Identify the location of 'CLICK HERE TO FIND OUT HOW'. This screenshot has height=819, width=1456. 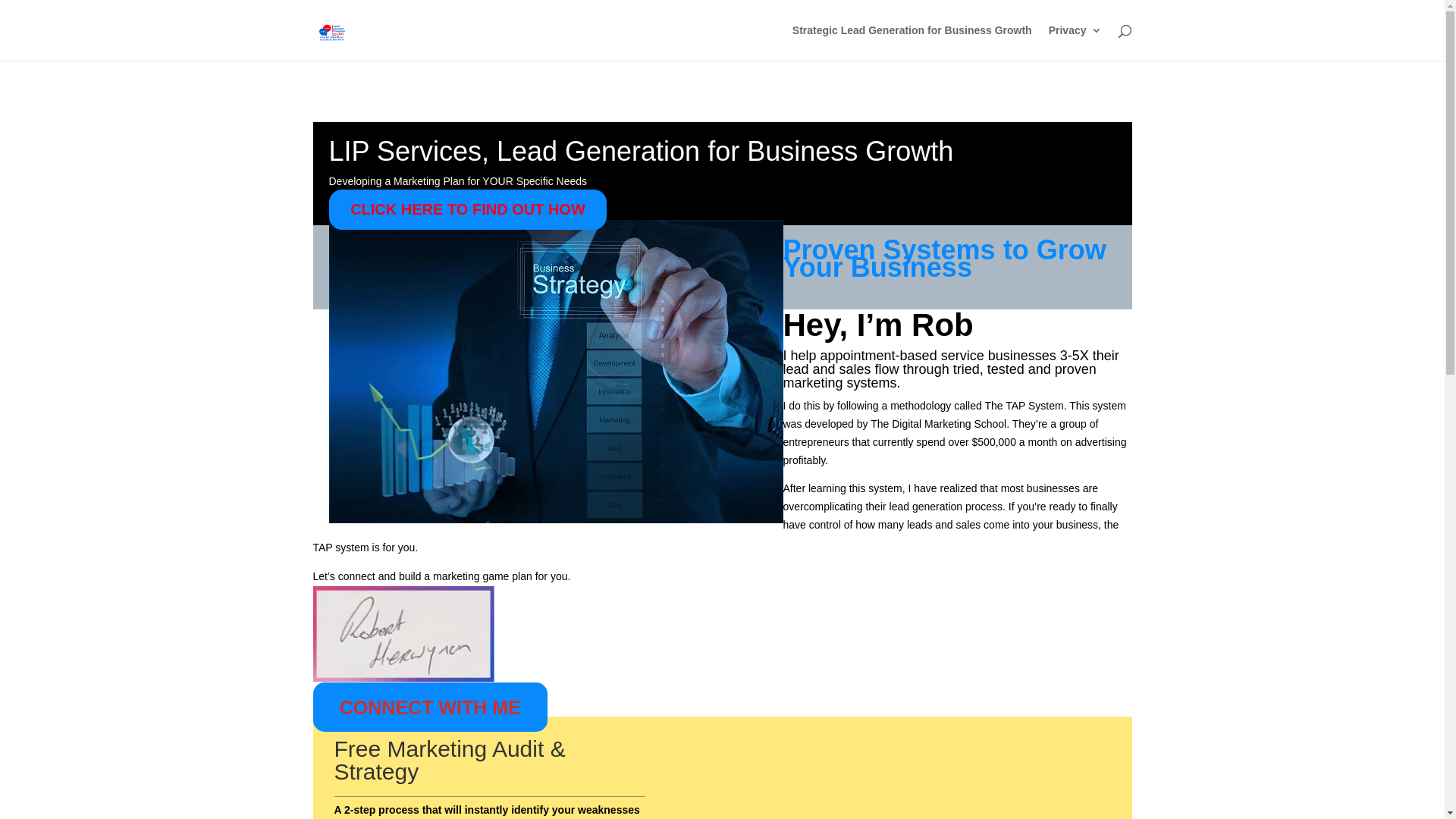
(467, 209).